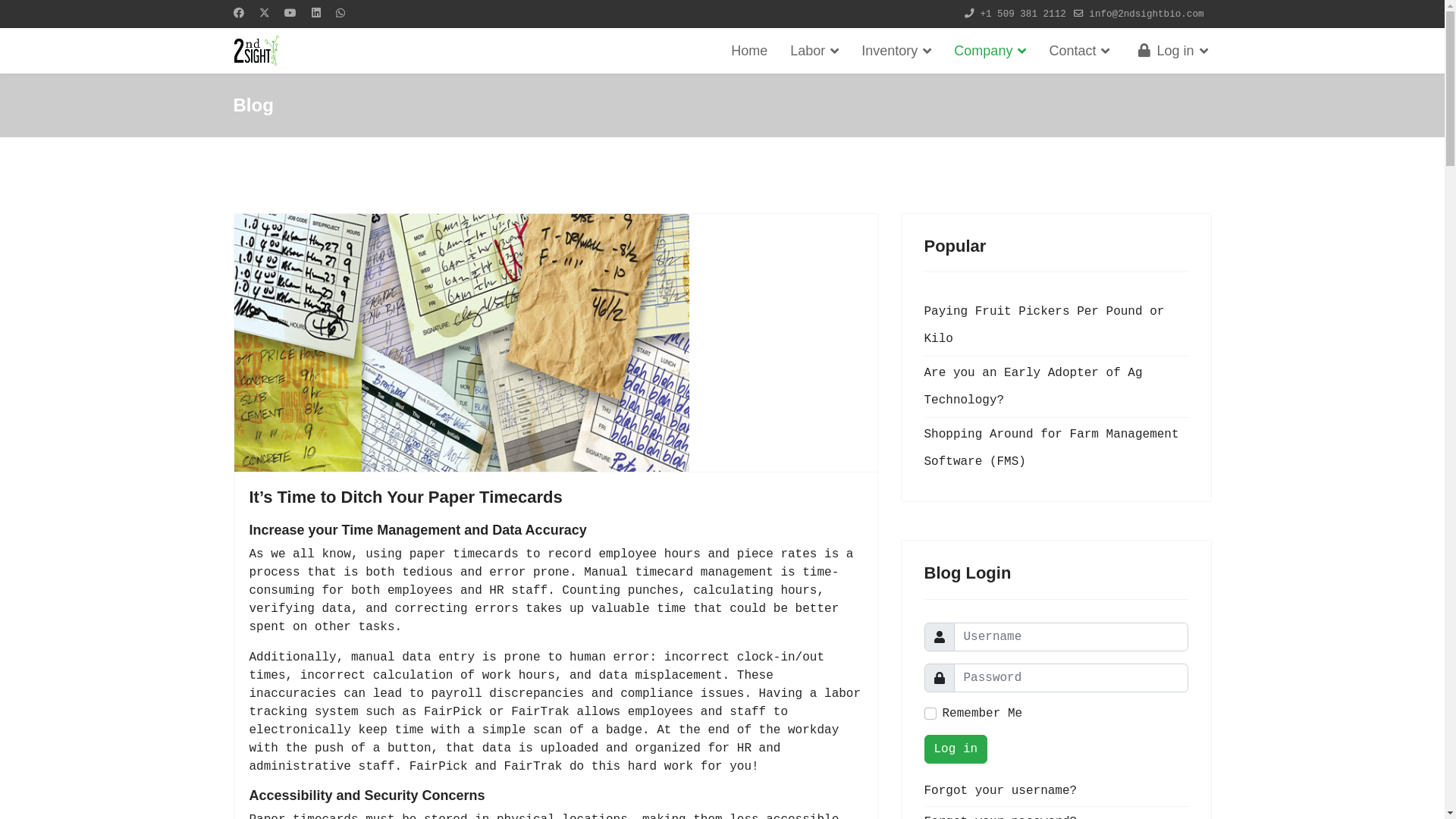 The height and width of the screenshot is (819, 1456). I want to click on 'Home', so click(749, 49).